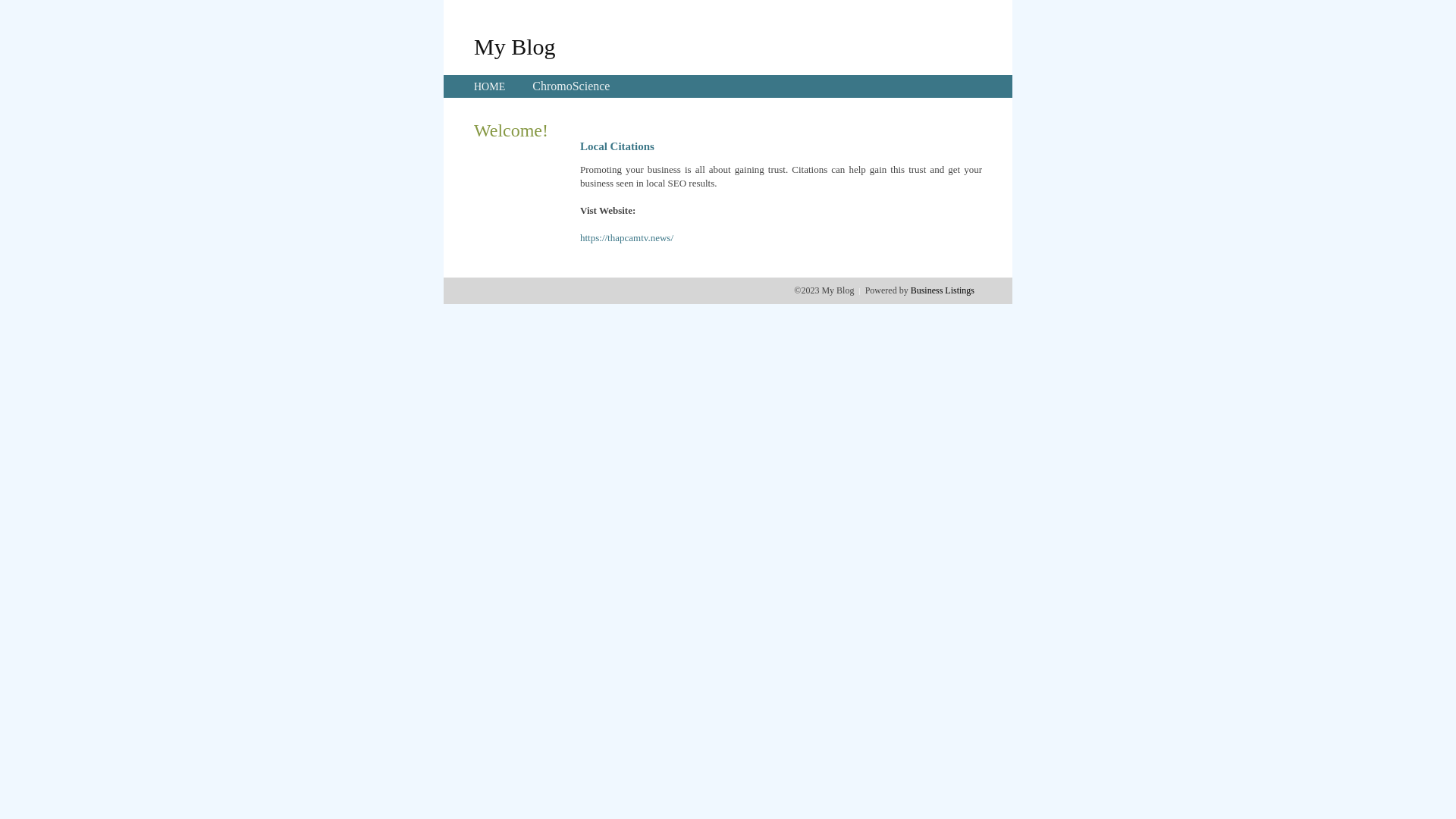  What do you see at coordinates (942, 290) in the screenshot?
I see `'Business Listings'` at bounding box center [942, 290].